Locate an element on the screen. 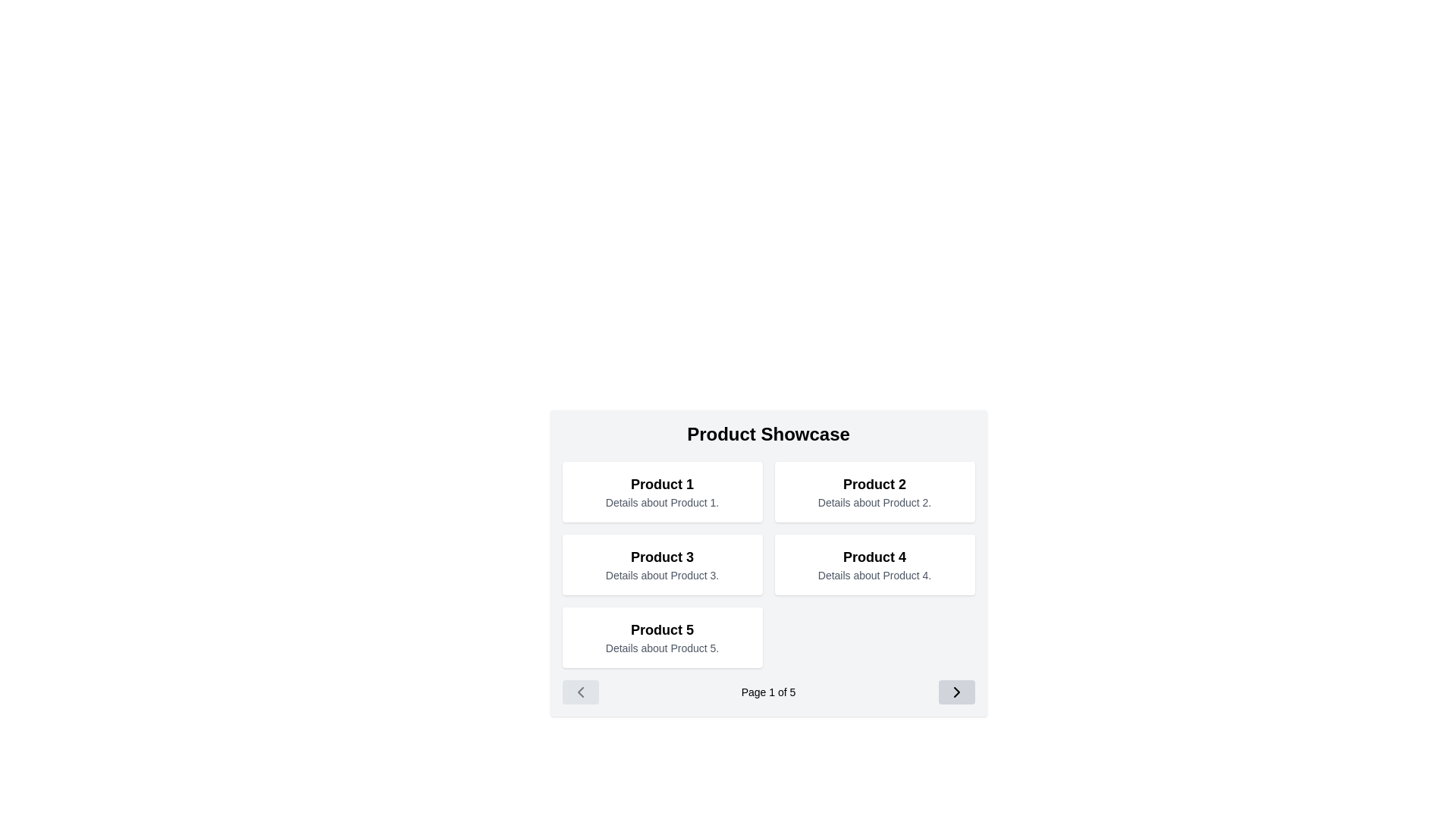 The image size is (1456, 819). details of the text element that contains 'Details about Product 3.' located beneath the bold title 'Product 3' in the third card of the grid layout is located at coordinates (662, 576).